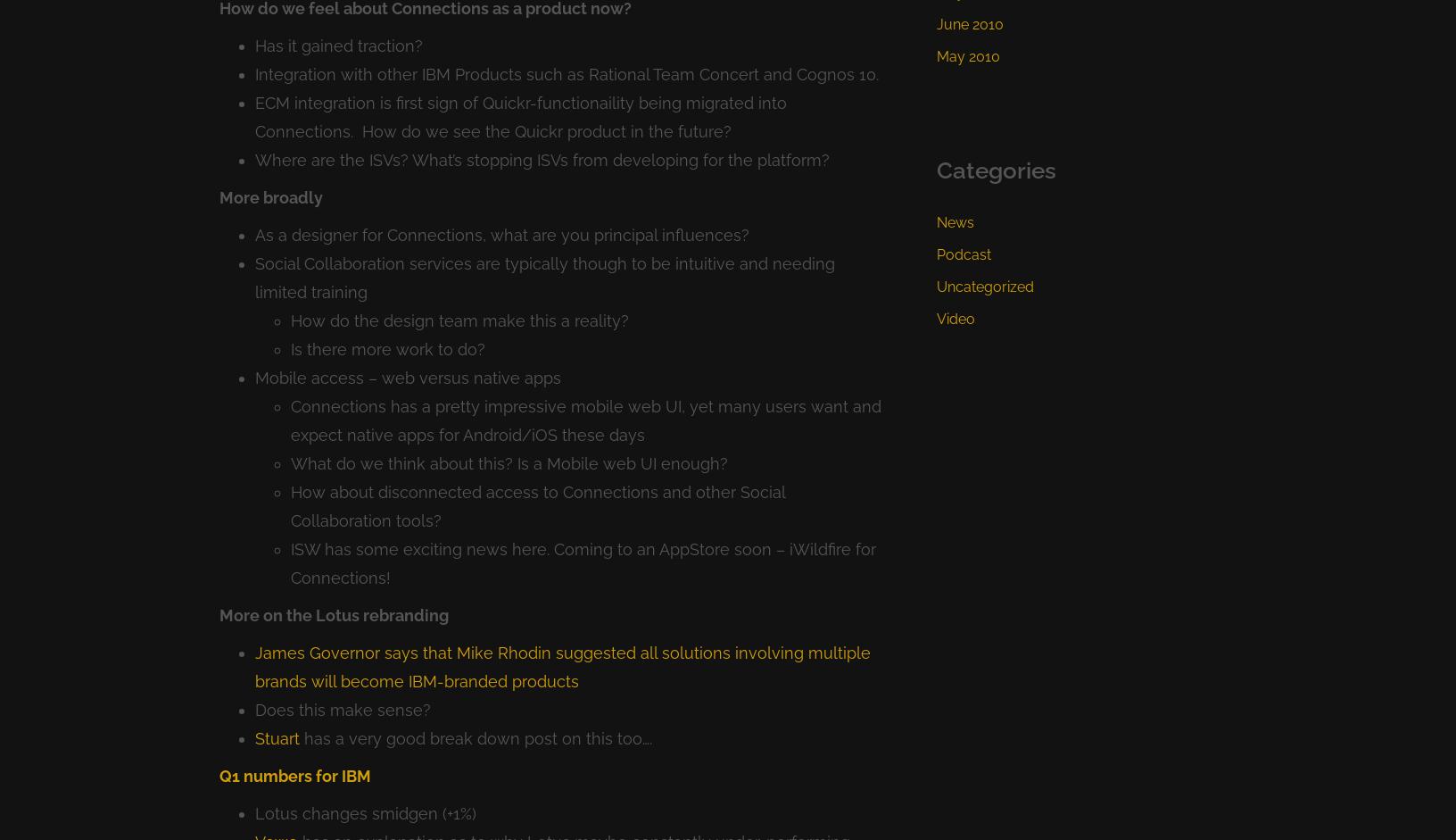 This screenshot has height=840, width=1456. Describe the element at coordinates (253, 709) in the screenshot. I see `'Does this make sense?'` at that location.